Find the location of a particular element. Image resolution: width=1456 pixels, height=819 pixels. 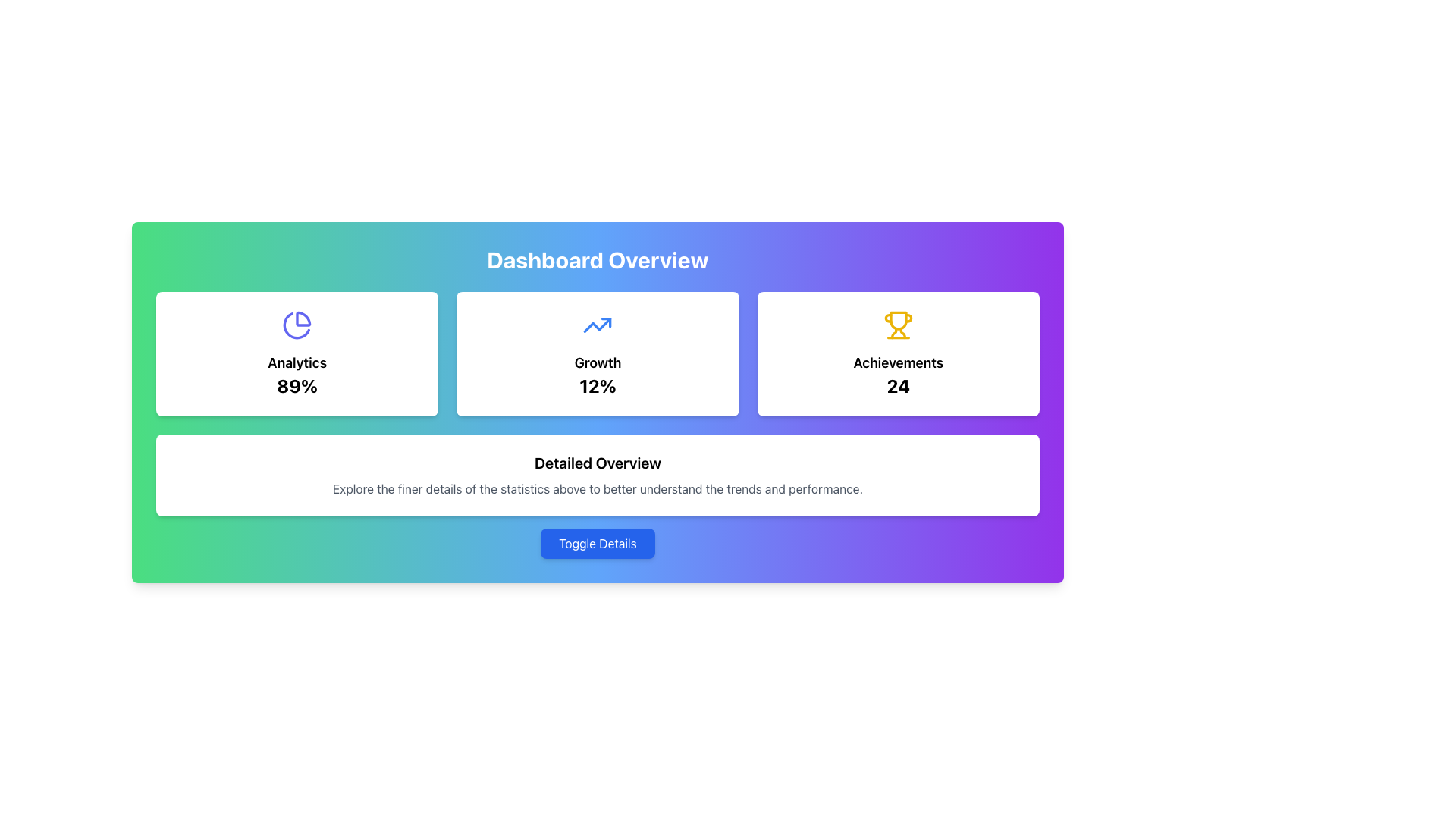

the decorative icon representing analytics data located in the first card of a three-card layout is located at coordinates (297, 324).